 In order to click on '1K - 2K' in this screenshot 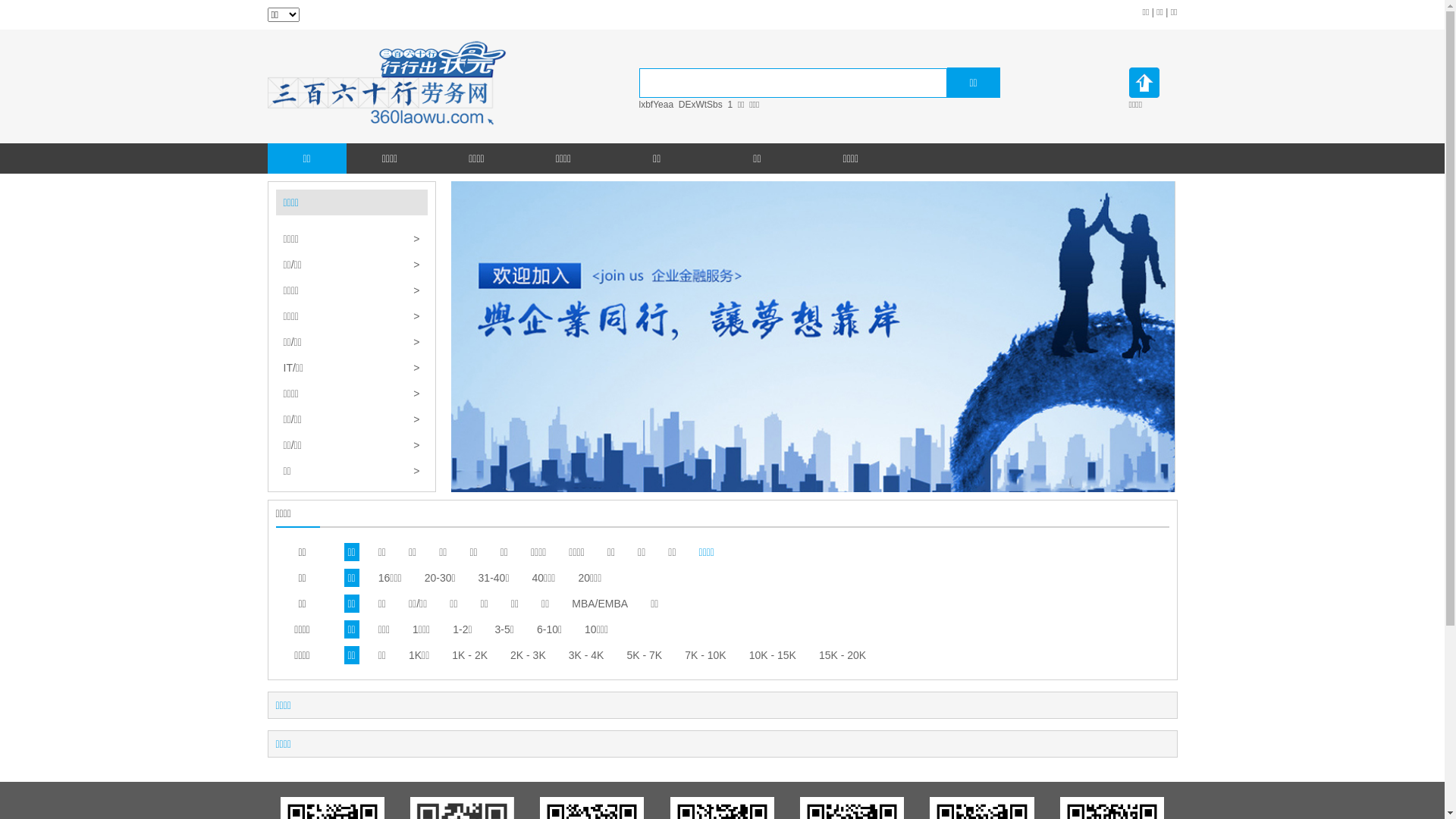, I will do `click(469, 654)`.